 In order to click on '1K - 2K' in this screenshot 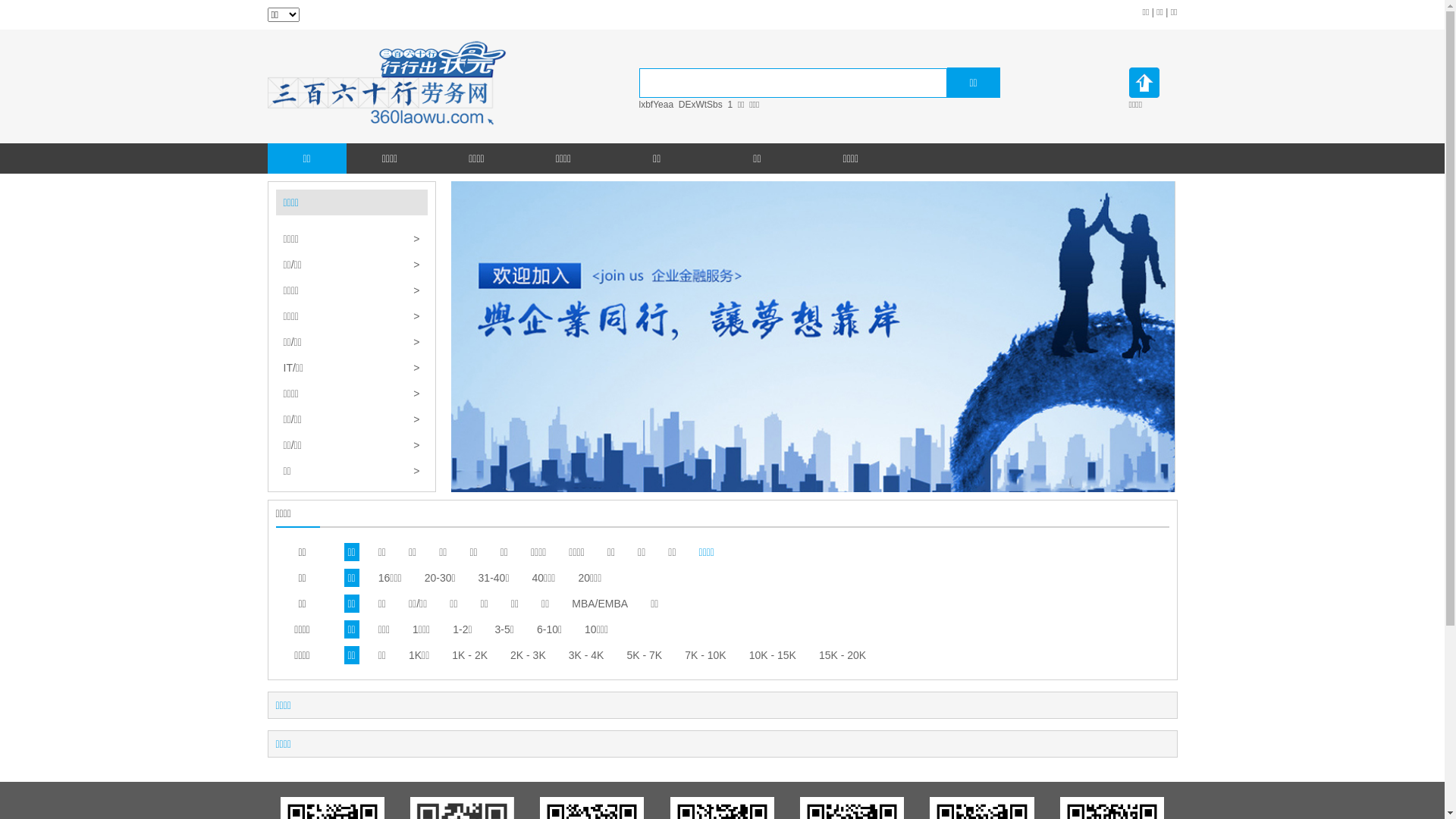, I will do `click(469, 654)`.